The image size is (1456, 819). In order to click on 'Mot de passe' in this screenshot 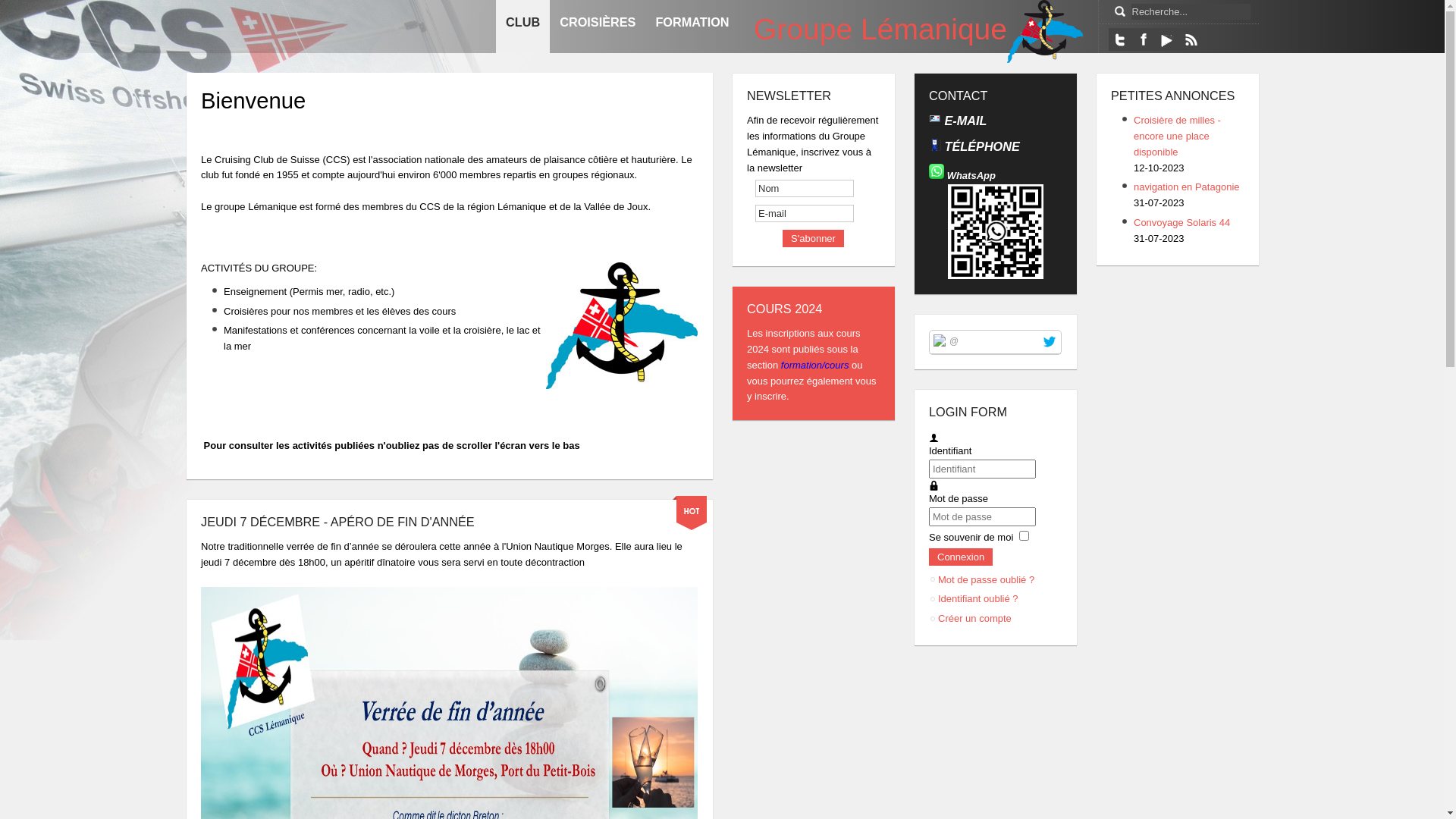, I will do `click(934, 485)`.